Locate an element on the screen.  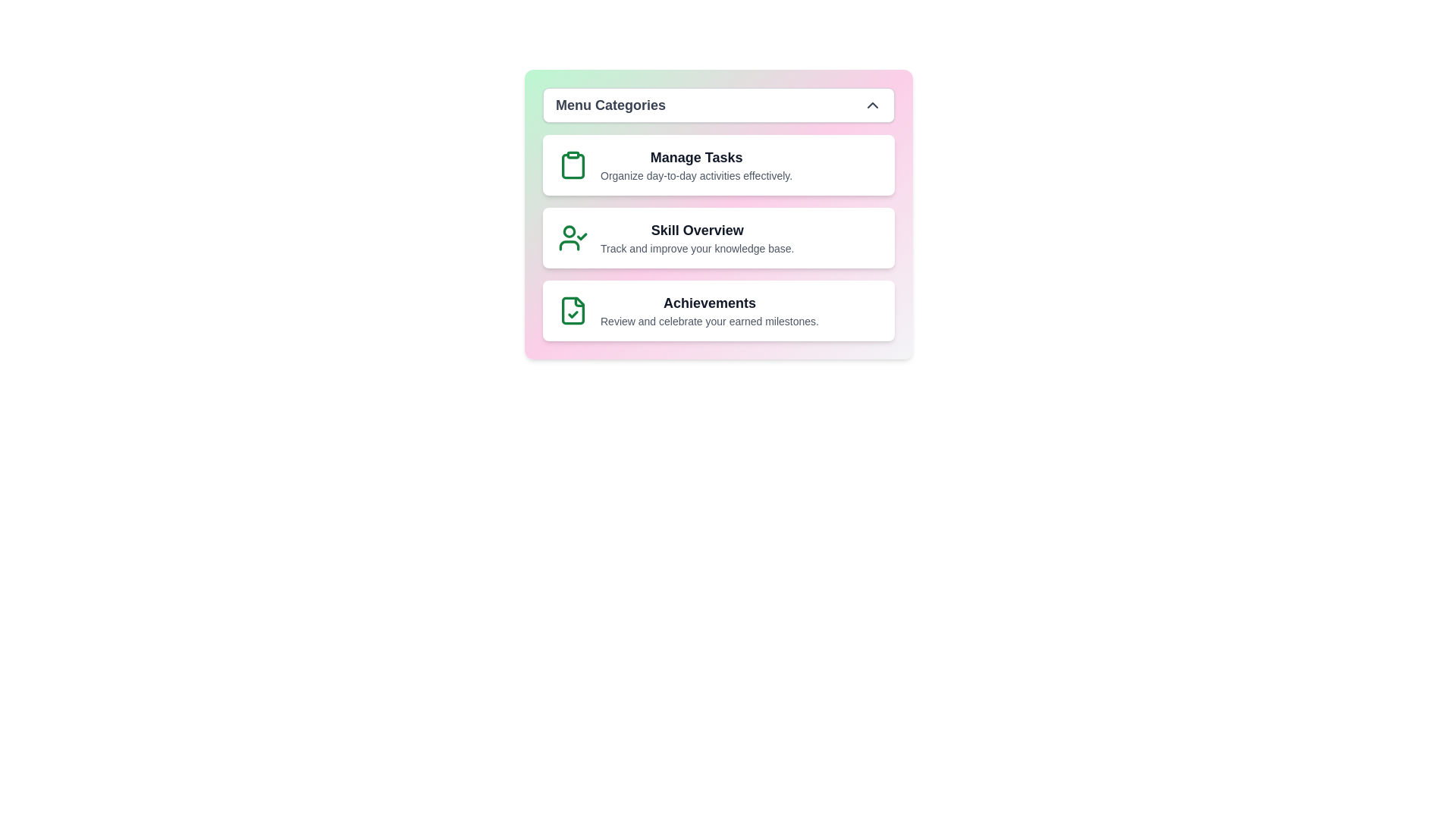
the category card corresponding to Manage Tasks is located at coordinates (718, 165).